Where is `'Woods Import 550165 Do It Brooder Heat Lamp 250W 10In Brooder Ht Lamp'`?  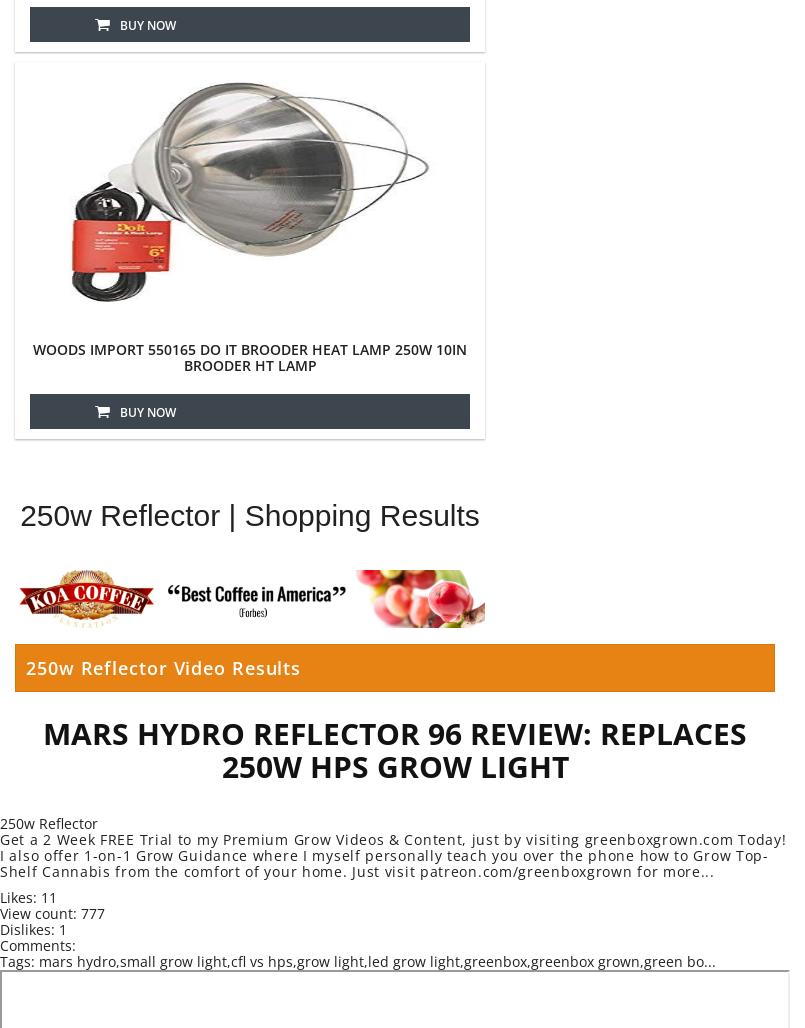 'Woods Import 550165 Do It Brooder Heat Lamp 250W 10In Brooder Ht Lamp' is located at coordinates (250, 356).